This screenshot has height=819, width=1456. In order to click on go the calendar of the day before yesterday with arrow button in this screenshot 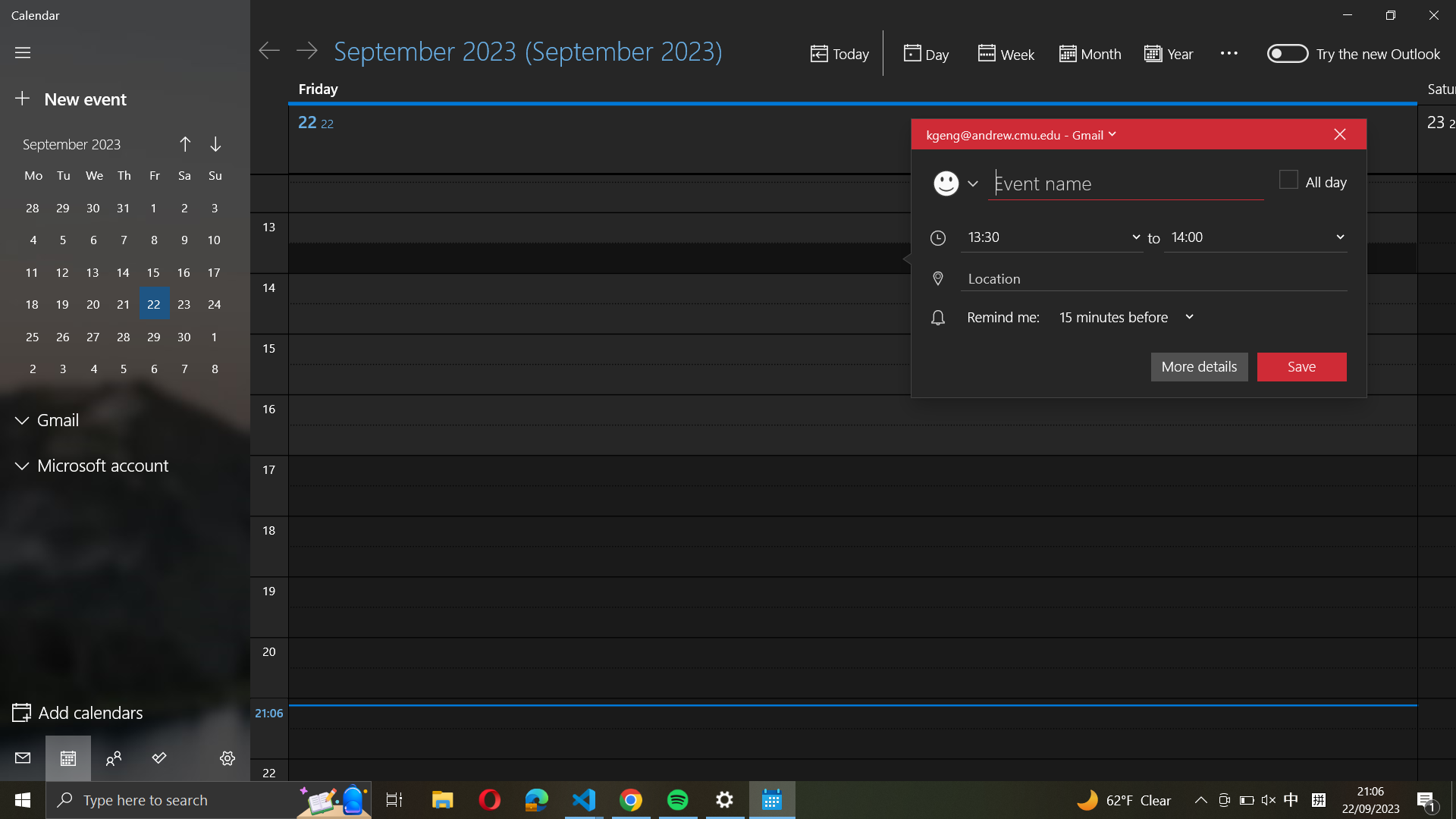, I will do `click(269, 49)`.